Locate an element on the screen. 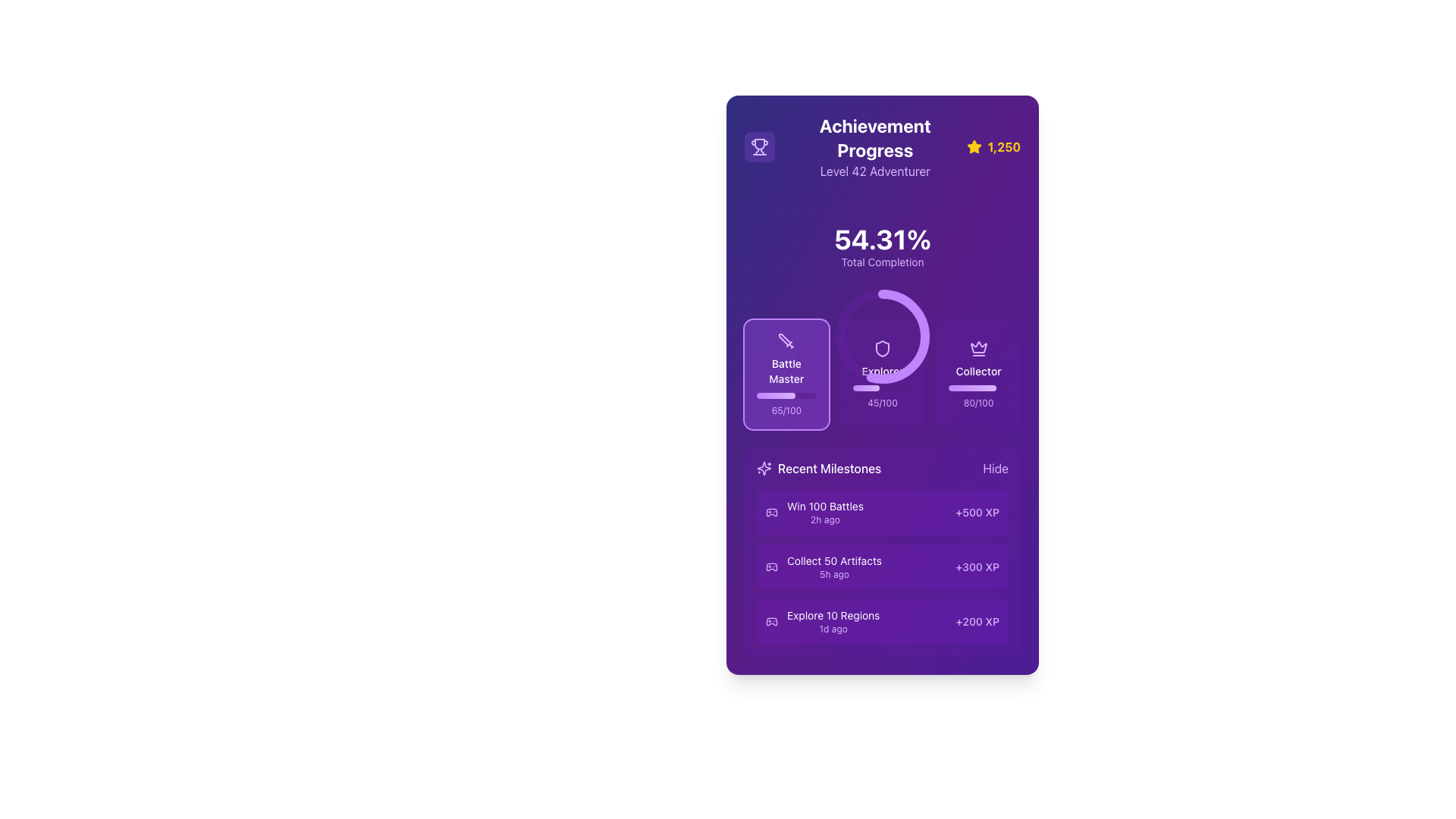 The image size is (1456, 819). the 'Battle Master' achievement icon located at the top-center of the card component, which visually represents the achievement is located at coordinates (786, 341).